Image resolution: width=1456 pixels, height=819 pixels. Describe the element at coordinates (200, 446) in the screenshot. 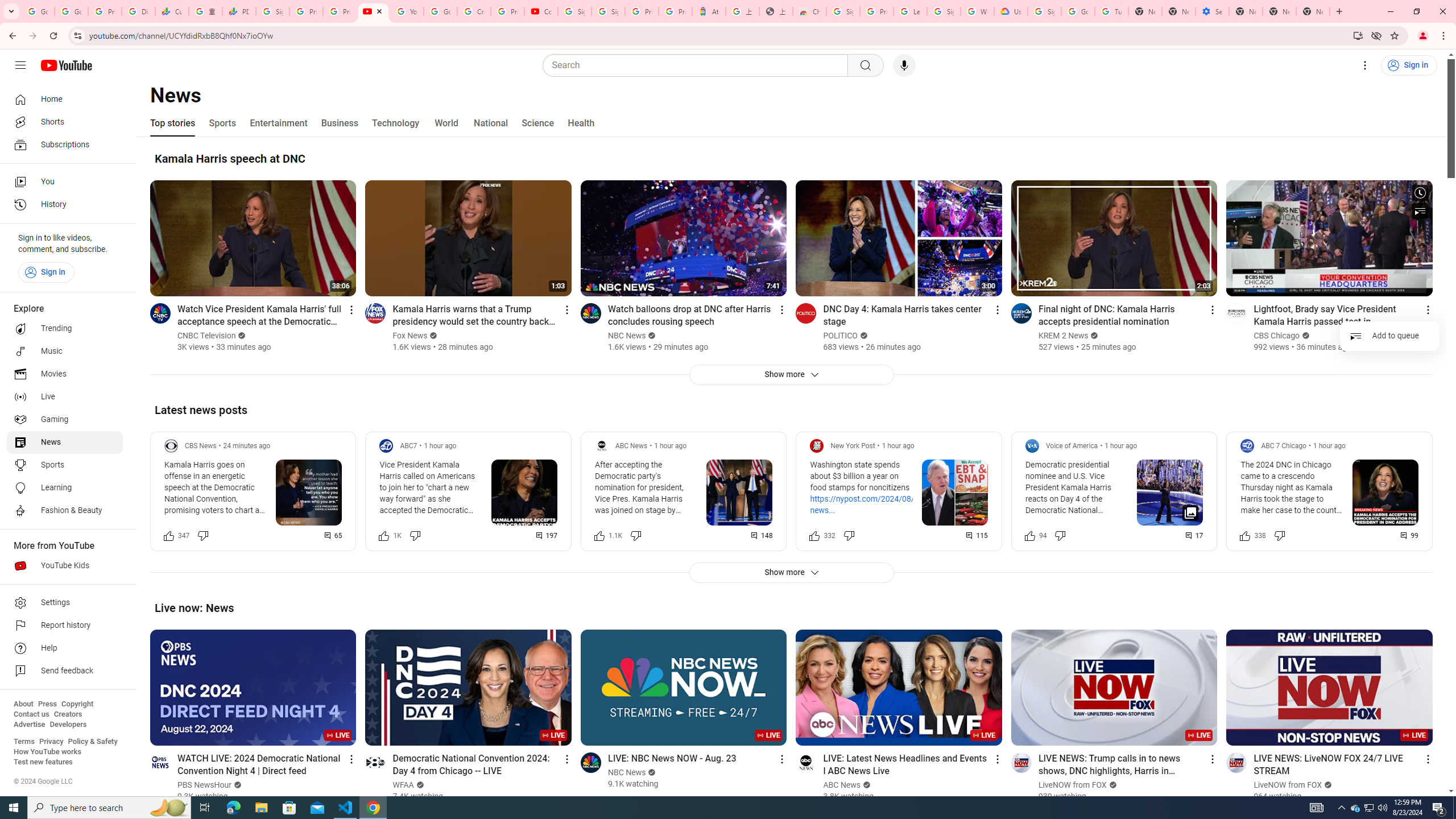

I see `'CBS News'` at that location.